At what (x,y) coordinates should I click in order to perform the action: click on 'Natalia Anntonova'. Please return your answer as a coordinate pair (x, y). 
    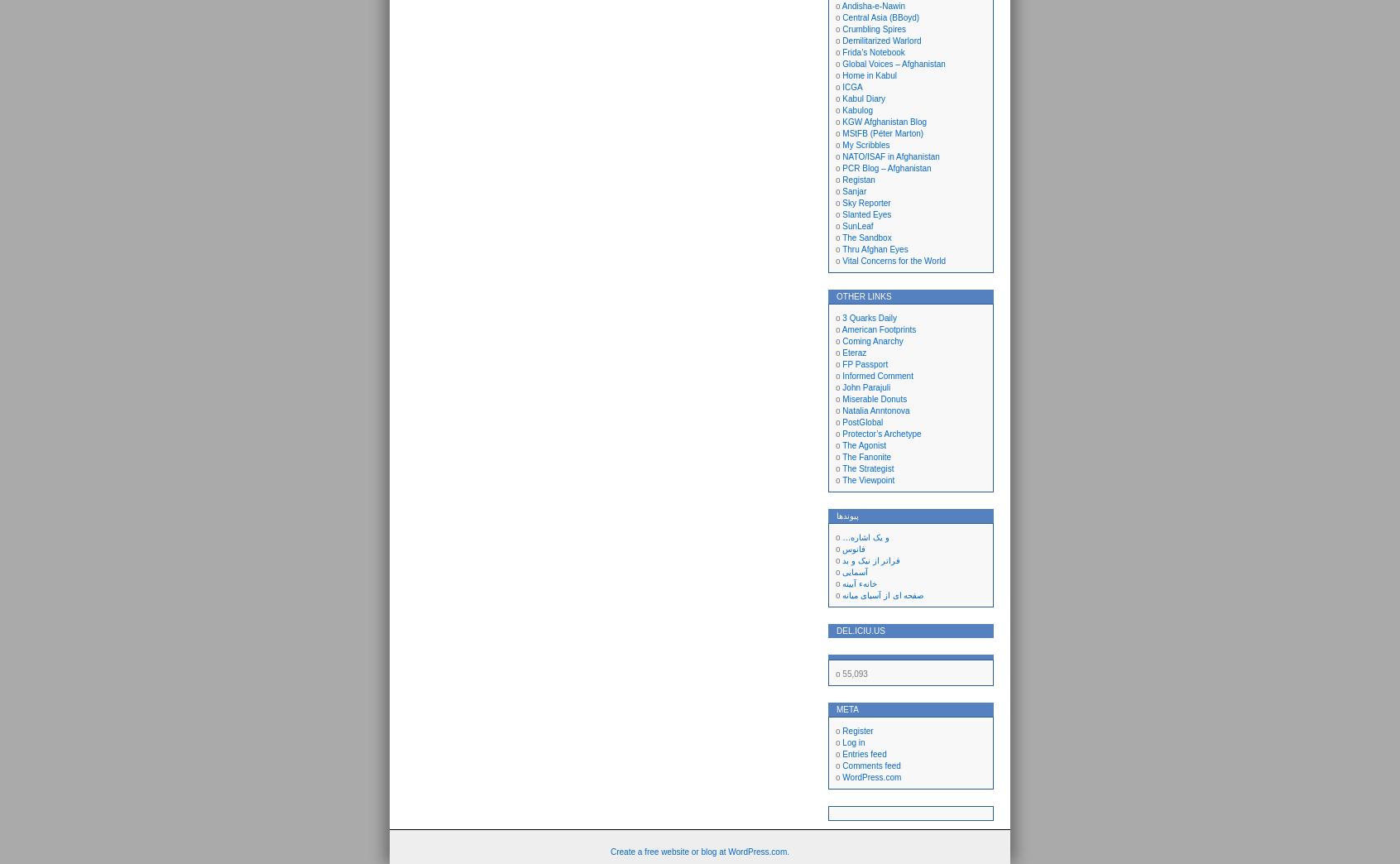
    Looking at the image, I should click on (875, 410).